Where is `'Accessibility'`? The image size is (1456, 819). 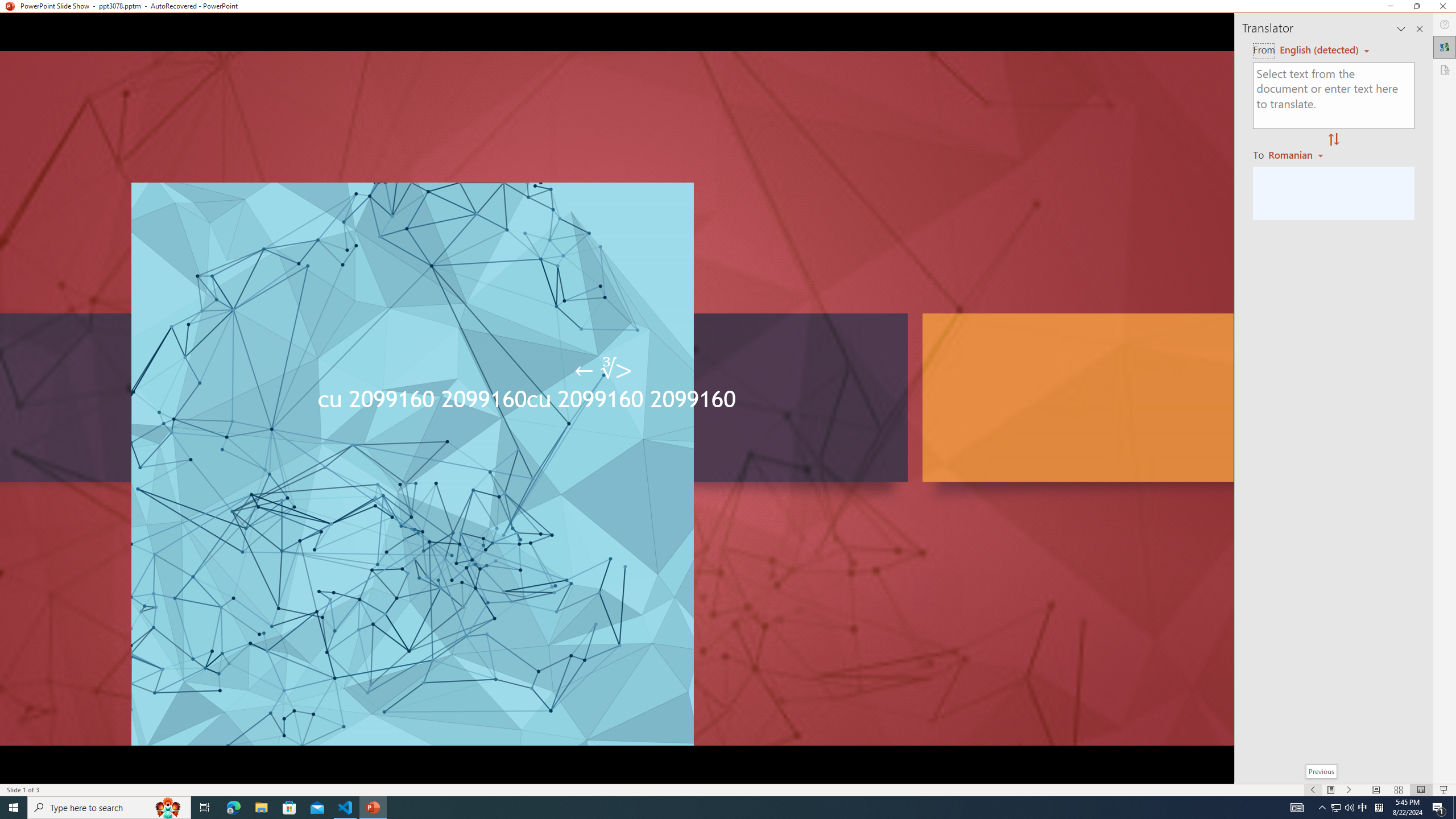
'Accessibility' is located at coordinates (1444, 69).